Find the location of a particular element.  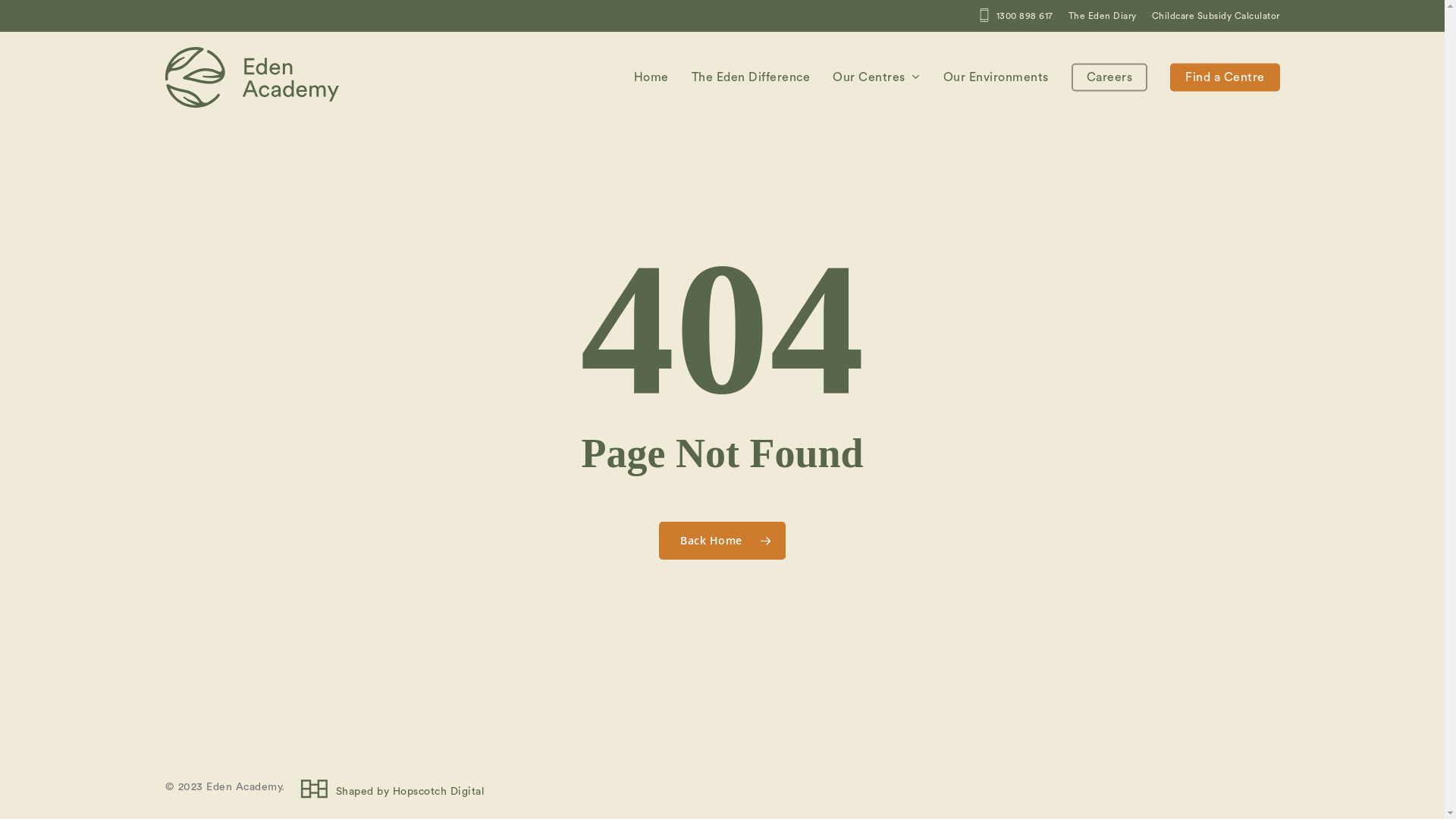

'The Eden Diary' is located at coordinates (1102, 15).